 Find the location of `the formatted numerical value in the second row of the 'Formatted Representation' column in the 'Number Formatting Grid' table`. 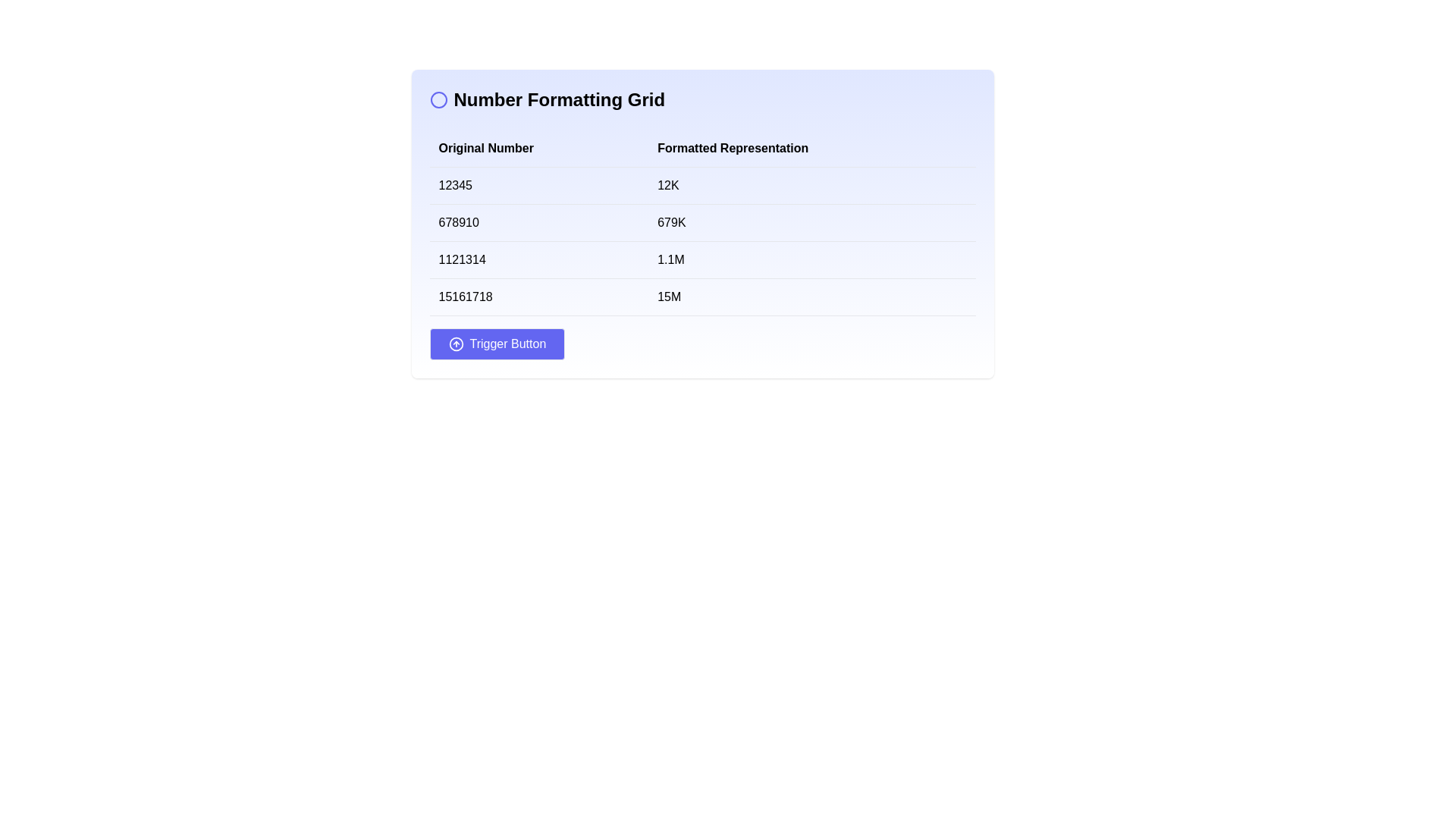

the formatted numerical value in the second row of the 'Formatted Representation' column in the 'Number Formatting Grid' table is located at coordinates (811, 222).